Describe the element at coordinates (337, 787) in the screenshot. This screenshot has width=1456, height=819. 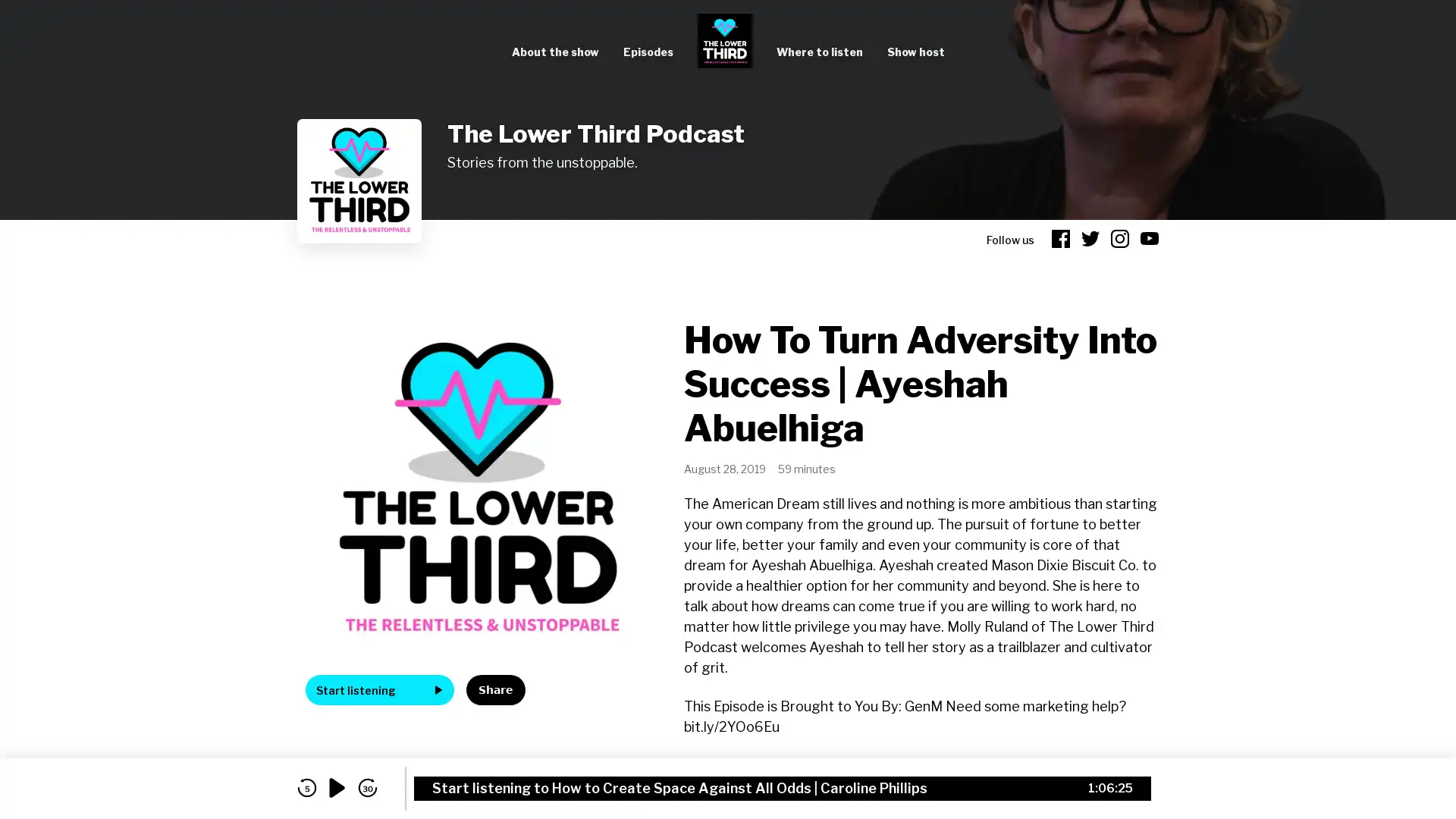
I see `play audio` at that location.